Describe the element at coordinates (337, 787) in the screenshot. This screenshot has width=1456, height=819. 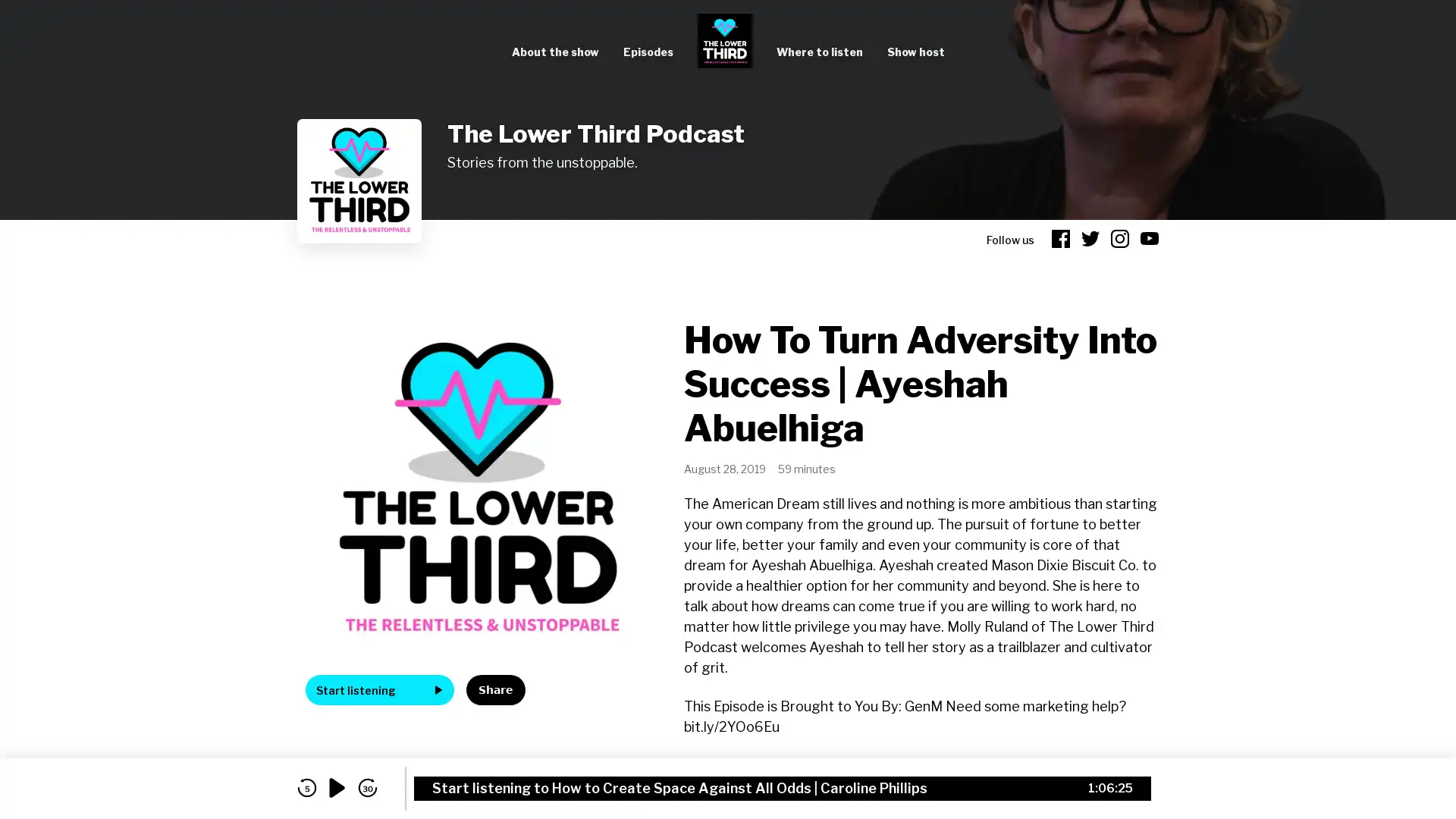
I see `play audio` at that location.